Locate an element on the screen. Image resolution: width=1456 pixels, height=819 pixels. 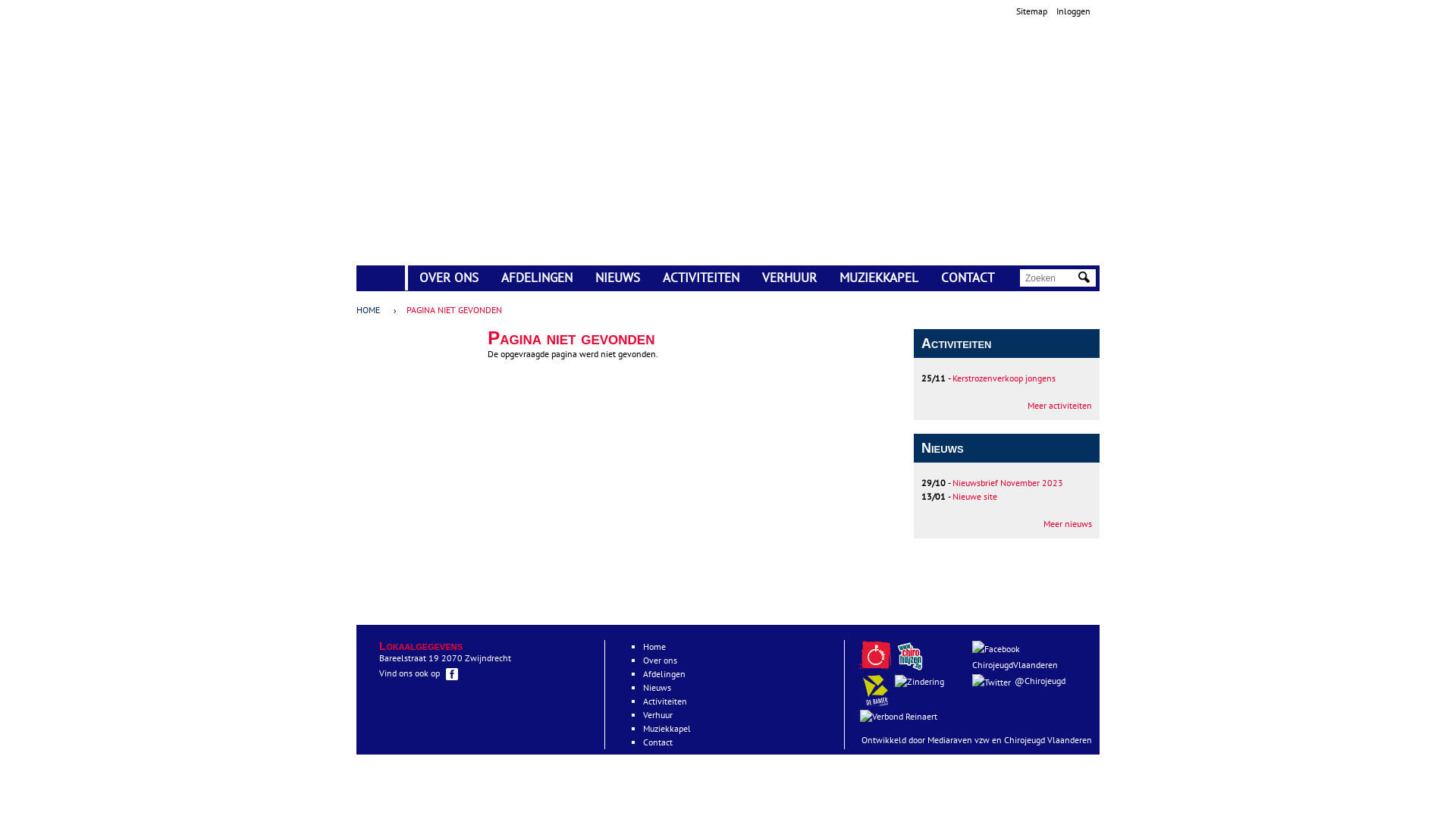
'Facebook' is located at coordinates (996, 648).